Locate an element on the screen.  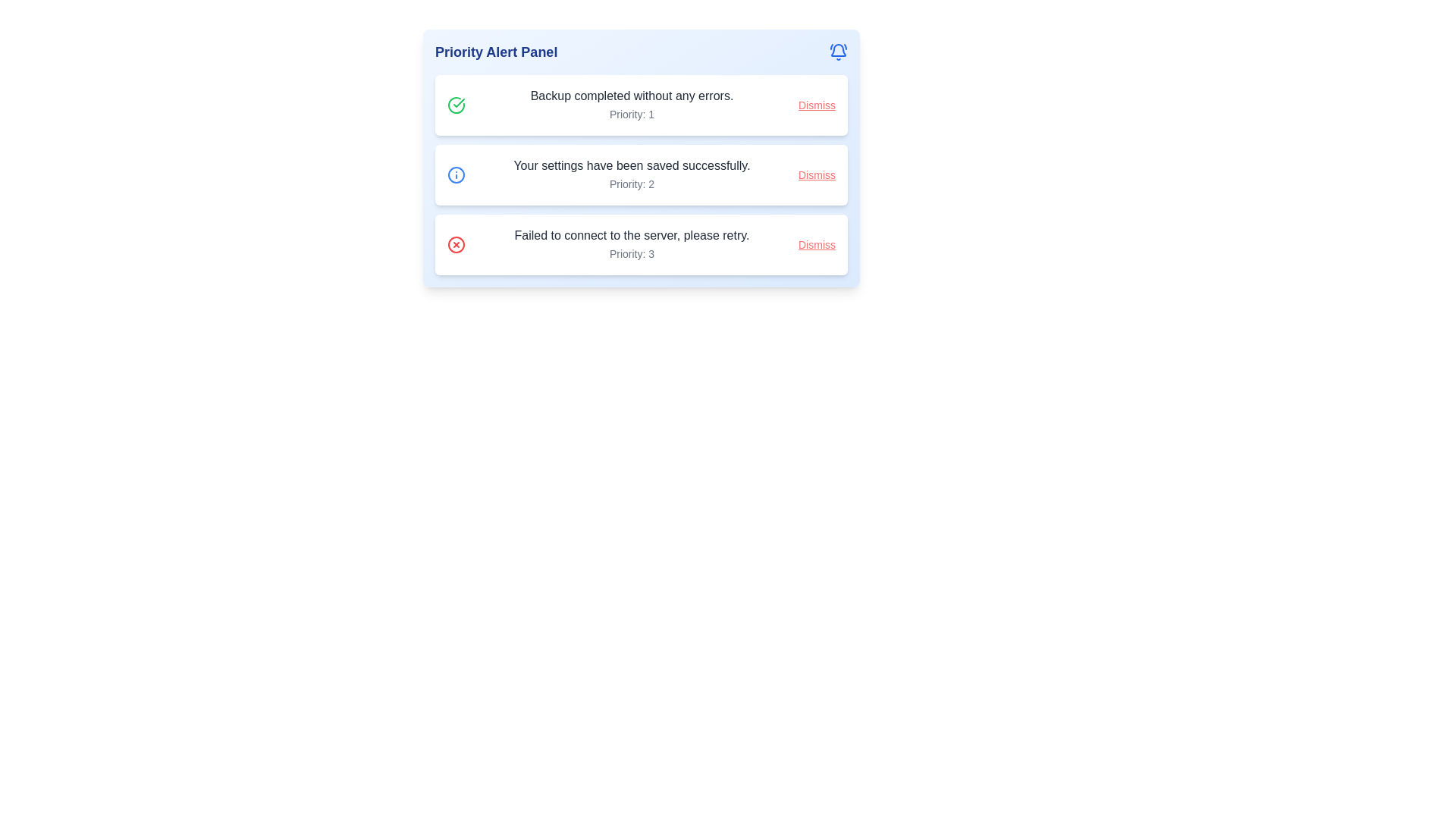
text displayed in the 'Priority Alert Panel' element, which is a prominent text label in dark blue color located in the top-left area of the interface is located at coordinates (496, 52).